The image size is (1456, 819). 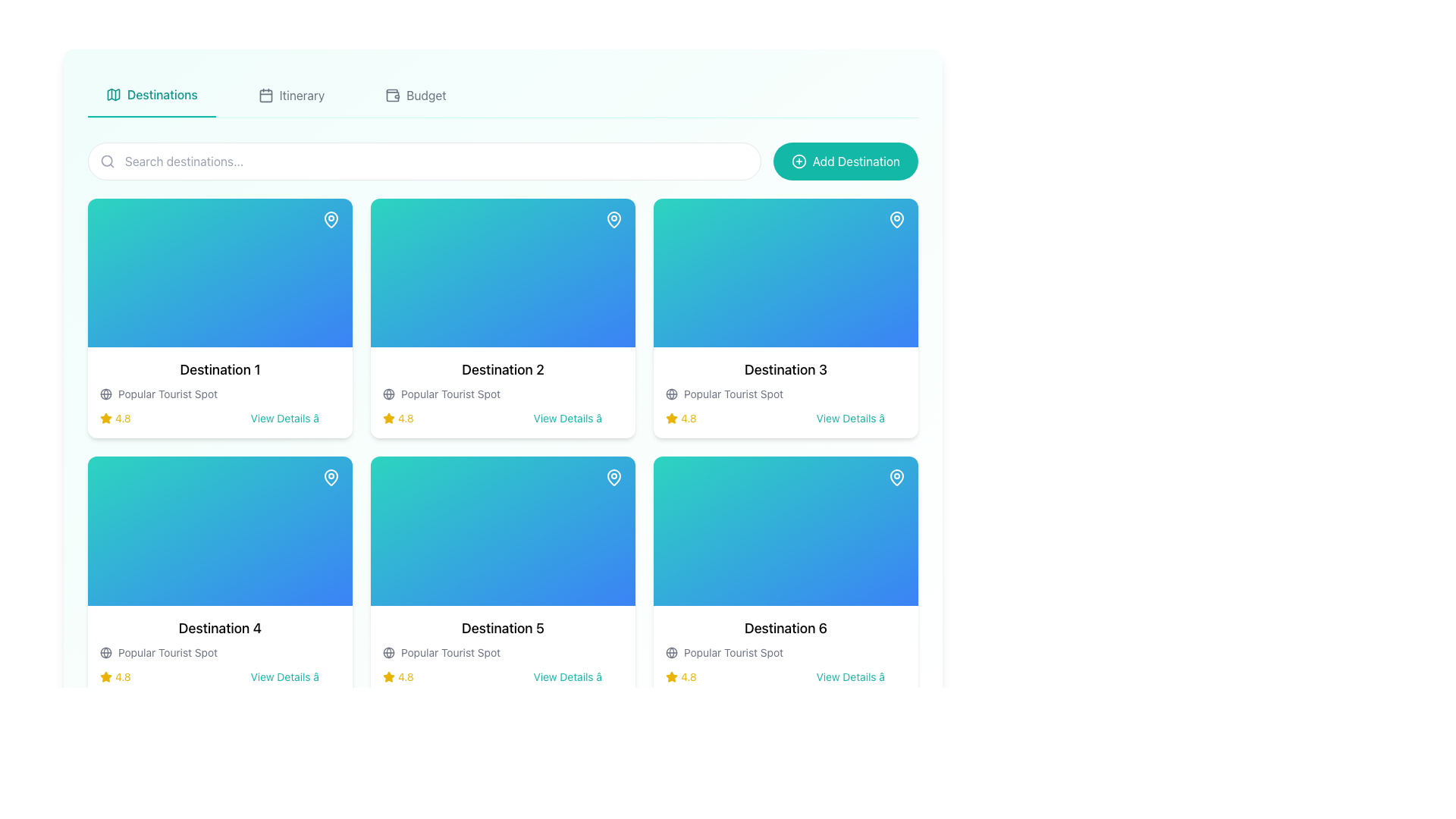 I want to click on the Decorative SVG Circle element located inside the globe icon, adjacent to the 'Destination 4' details box in the second row, so click(x=105, y=651).